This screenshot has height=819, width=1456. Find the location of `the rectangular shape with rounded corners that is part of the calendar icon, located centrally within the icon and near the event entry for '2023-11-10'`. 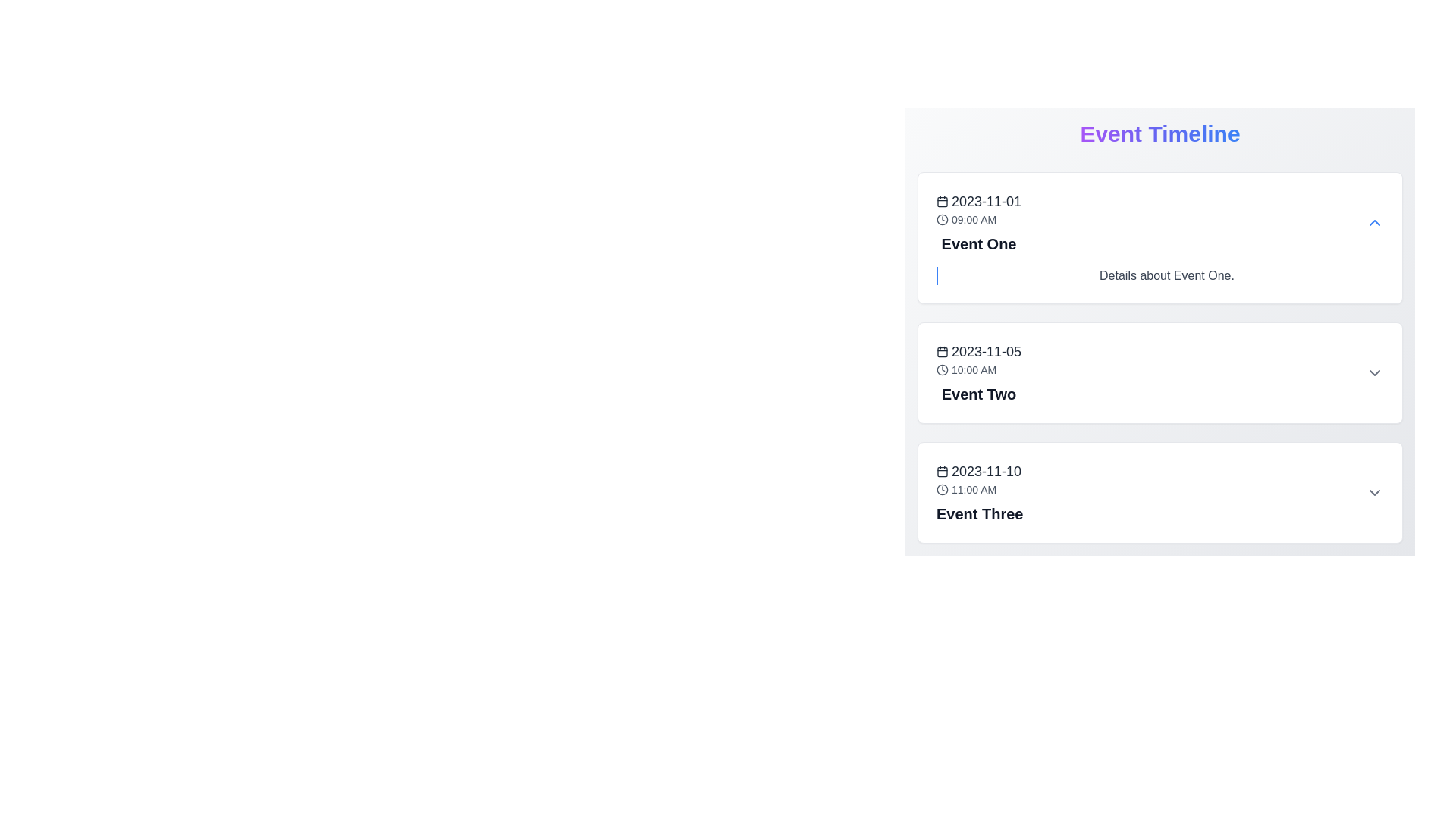

the rectangular shape with rounded corners that is part of the calendar icon, located centrally within the icon and near the event entry for '2023-11-10' is located at coordinates (942, 470).